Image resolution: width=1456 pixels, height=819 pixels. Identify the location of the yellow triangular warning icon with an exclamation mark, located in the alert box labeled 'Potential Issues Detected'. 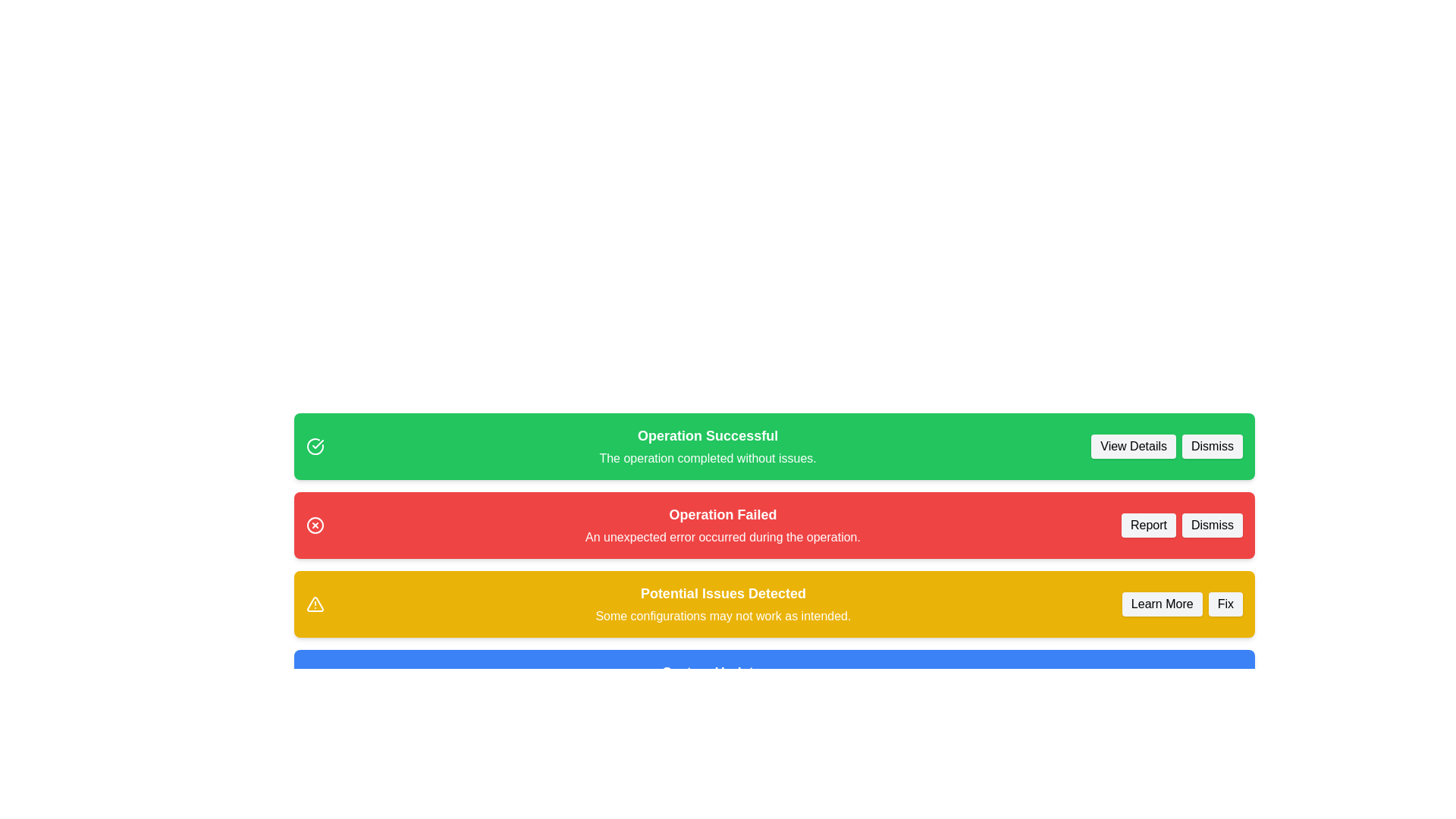
(315, 604).